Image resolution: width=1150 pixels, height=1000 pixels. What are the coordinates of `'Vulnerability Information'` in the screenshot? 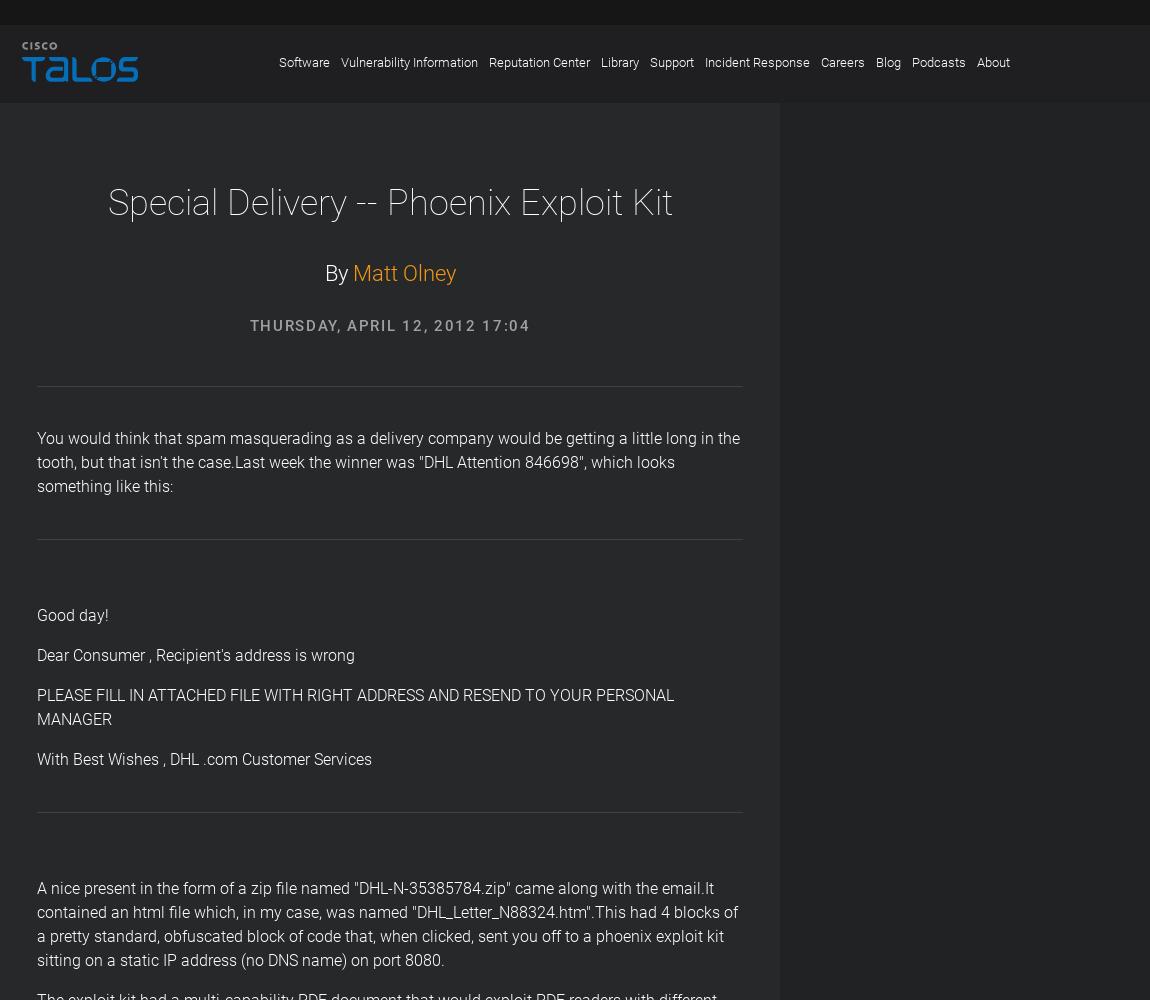 It's located at (408, 62).